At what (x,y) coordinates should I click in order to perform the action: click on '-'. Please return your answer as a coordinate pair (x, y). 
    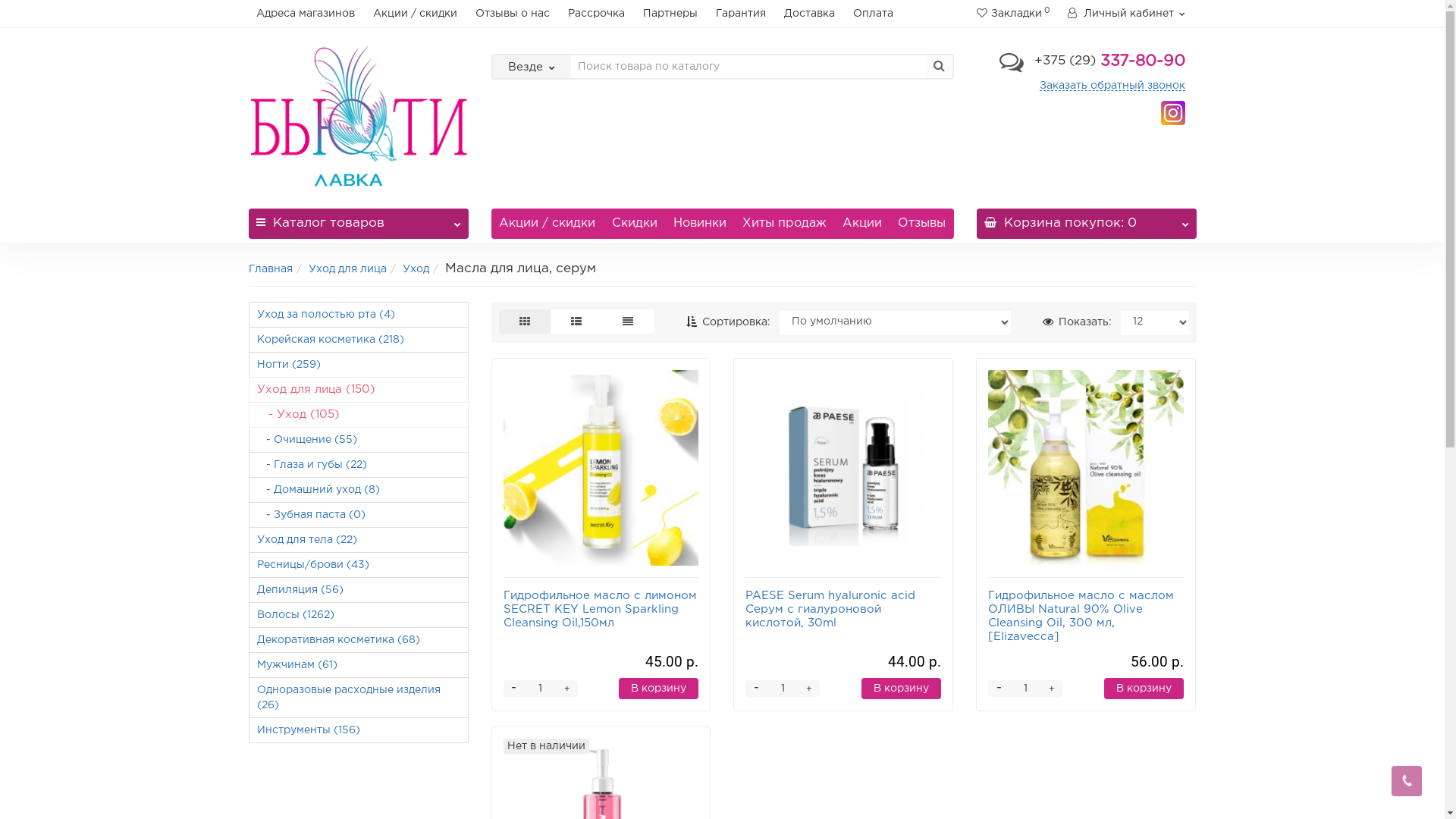
    Looking at the image, I should click on (513, 688).